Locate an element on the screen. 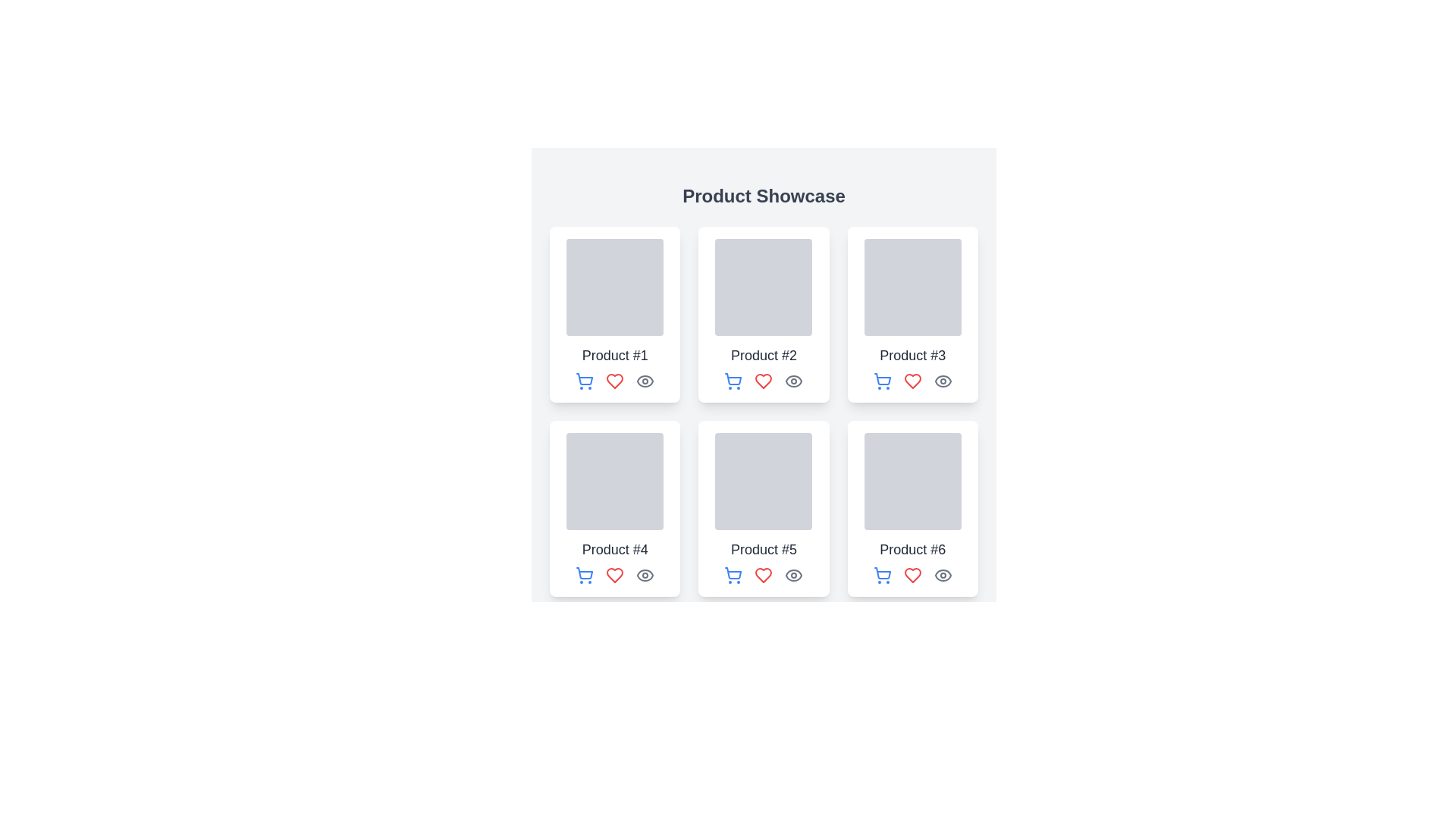  the heart icon button at the bottom of 'Product #6' card to mark the product as favorite is located at coordinates (912, 576).